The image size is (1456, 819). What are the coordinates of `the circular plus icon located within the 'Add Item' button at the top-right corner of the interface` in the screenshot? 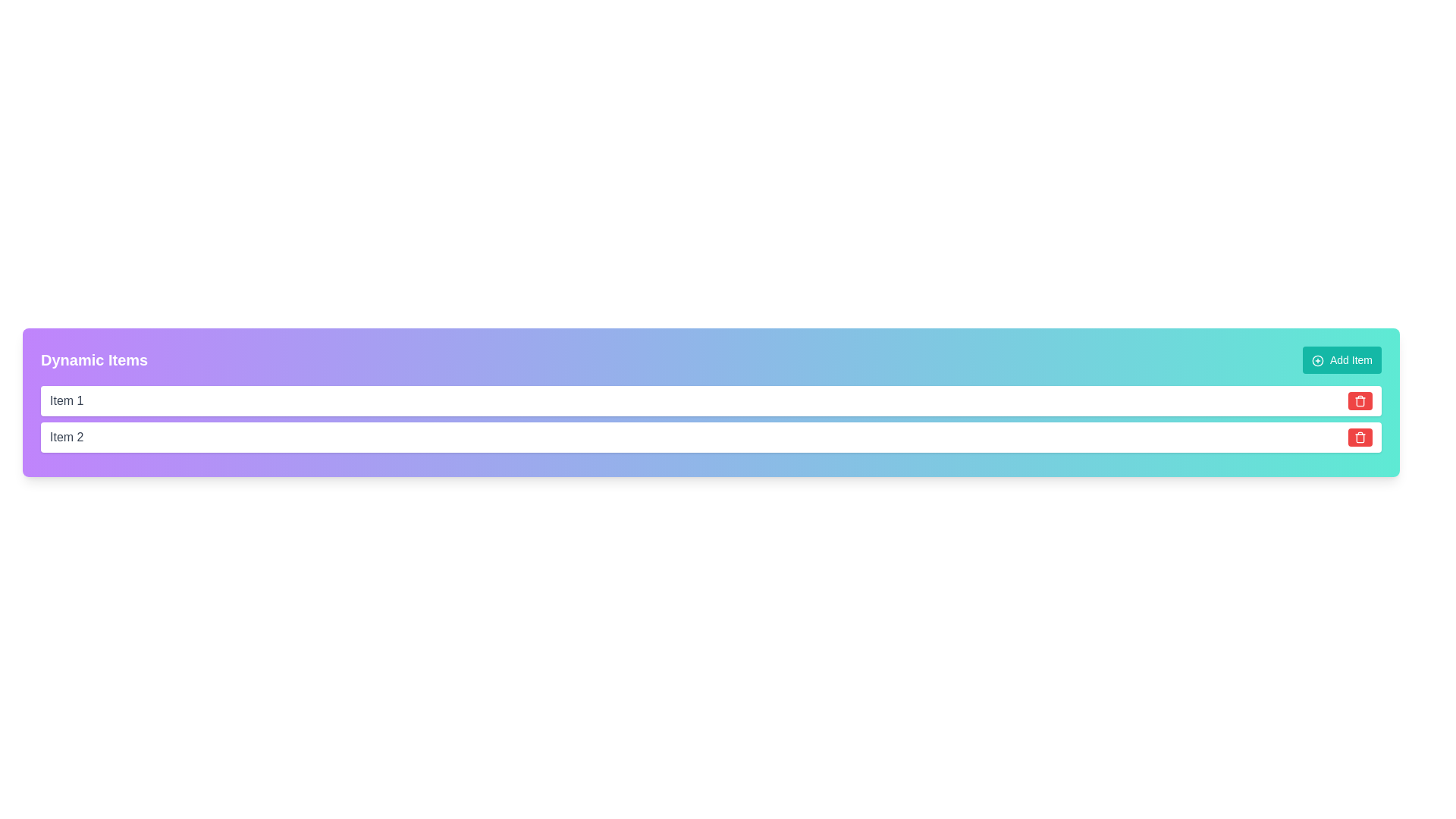 It's located at (1316, 361).